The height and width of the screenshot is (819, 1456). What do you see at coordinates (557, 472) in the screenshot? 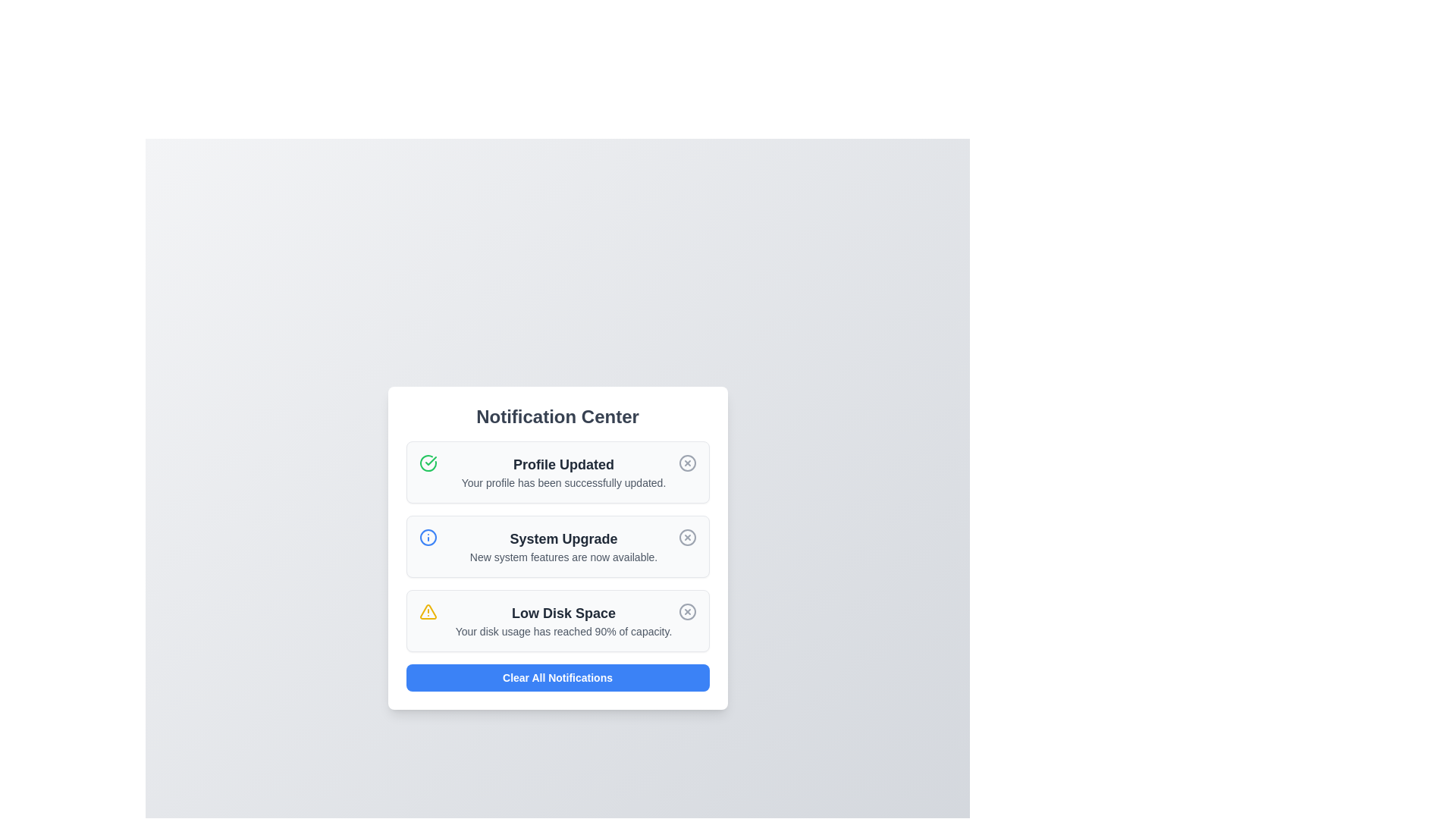
I see `the 'Profile Updated' notification card in the Notification Center` at bounding box center [557, 472].